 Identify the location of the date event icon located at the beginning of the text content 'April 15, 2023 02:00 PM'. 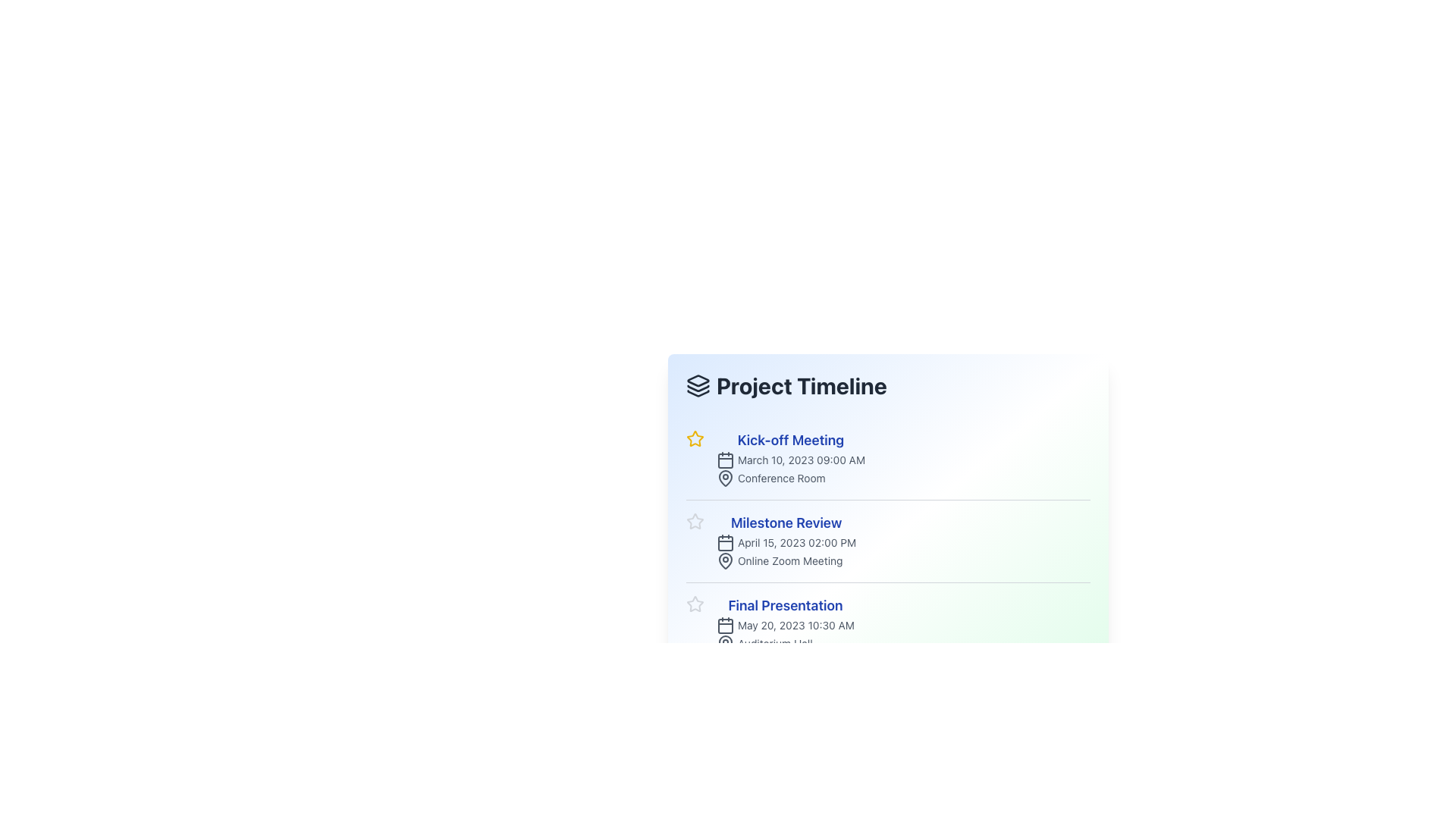
(724, 542).